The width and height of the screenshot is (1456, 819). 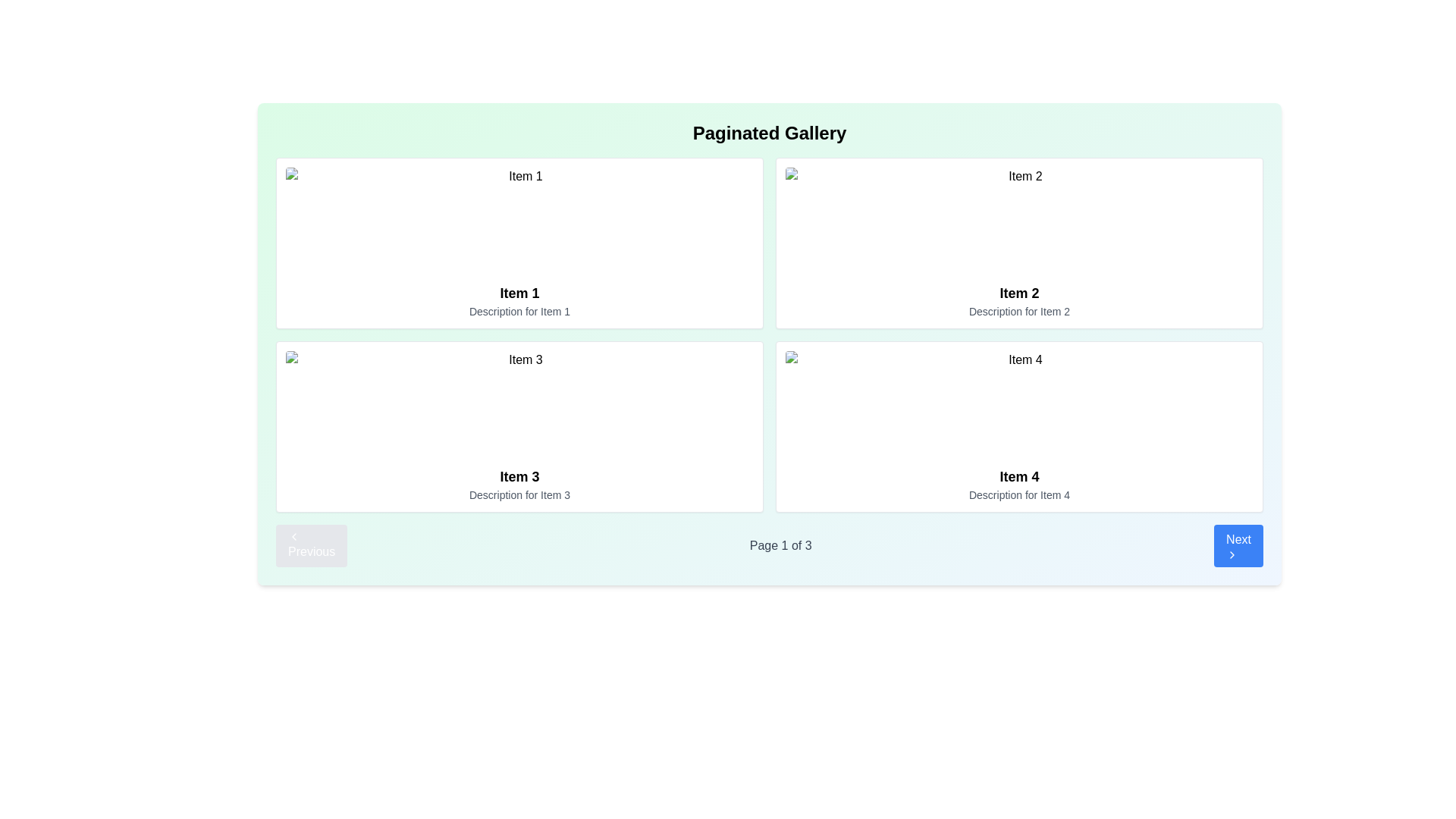 I want to click on the chevron-right icon located within the 'Next' button in the bottom-right corner of the layout, so click(x=1232, y=555).